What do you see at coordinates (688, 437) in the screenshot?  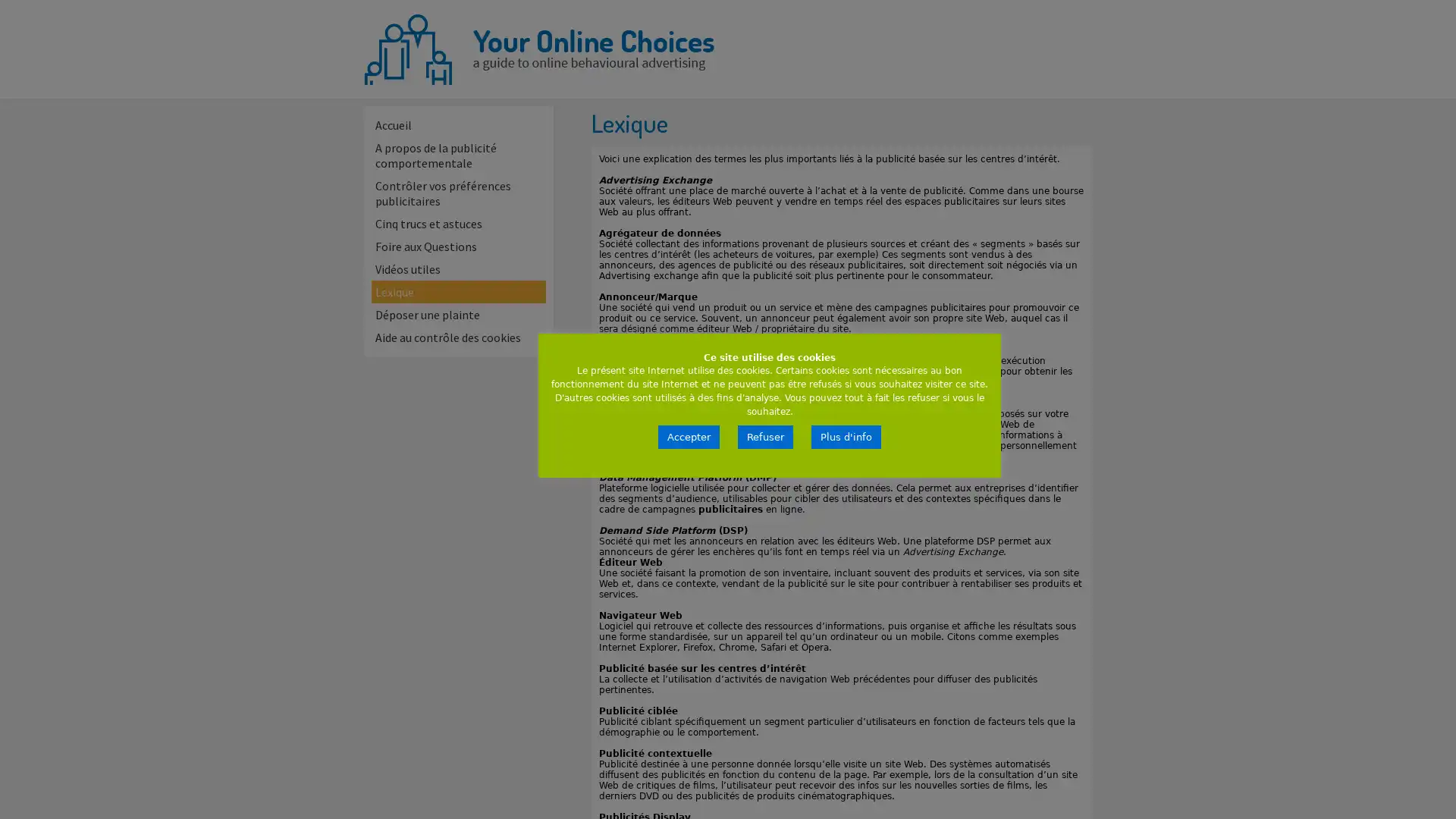 I see `Accepter` at bounding box center [688, 437].